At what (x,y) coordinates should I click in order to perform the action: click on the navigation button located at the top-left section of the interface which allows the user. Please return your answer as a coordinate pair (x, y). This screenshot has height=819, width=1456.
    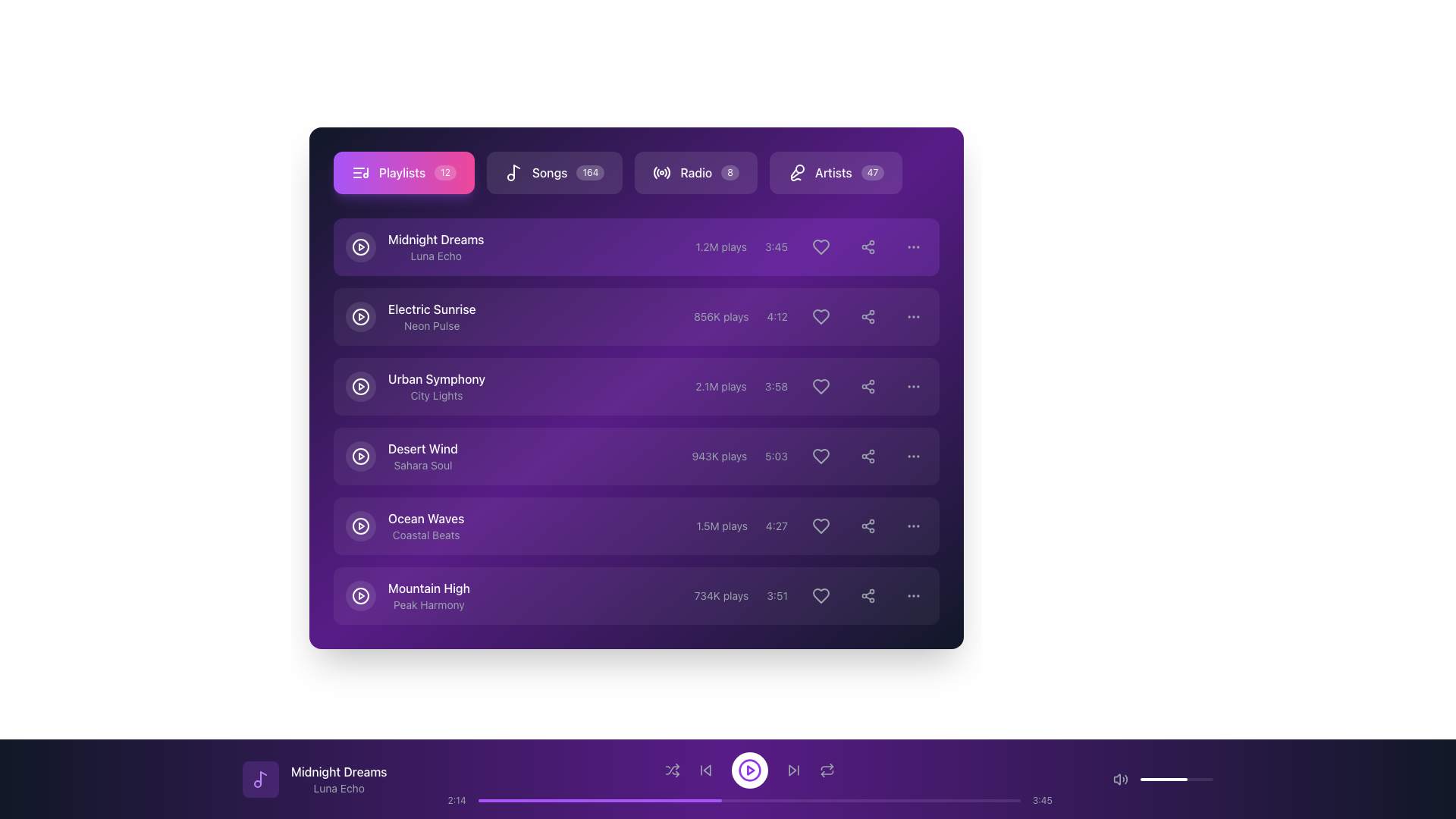
    Looking at the image, I should click on (403, 171).